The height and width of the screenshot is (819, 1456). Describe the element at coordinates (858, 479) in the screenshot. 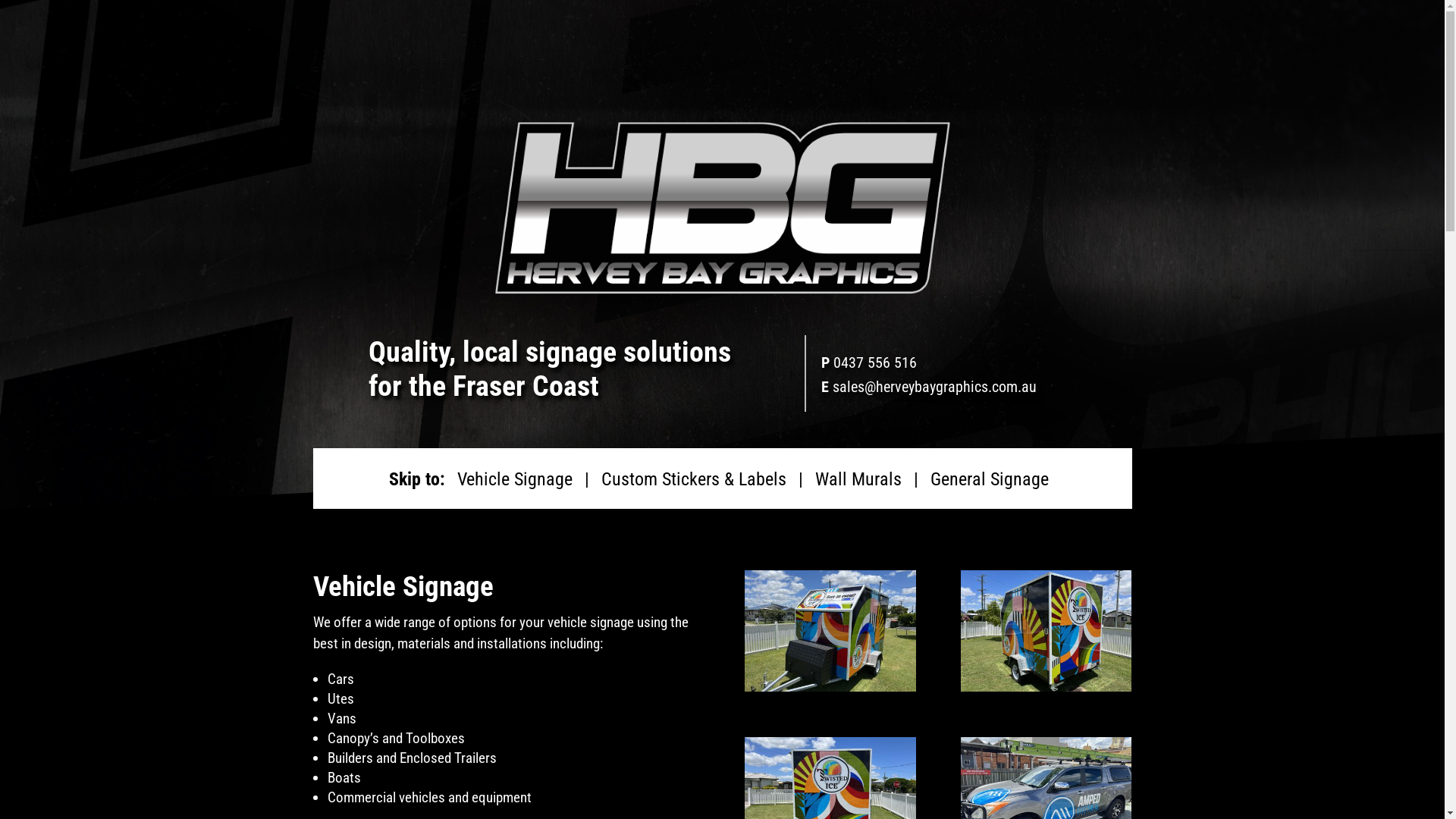

I see `'Wall Murals'` at that location.